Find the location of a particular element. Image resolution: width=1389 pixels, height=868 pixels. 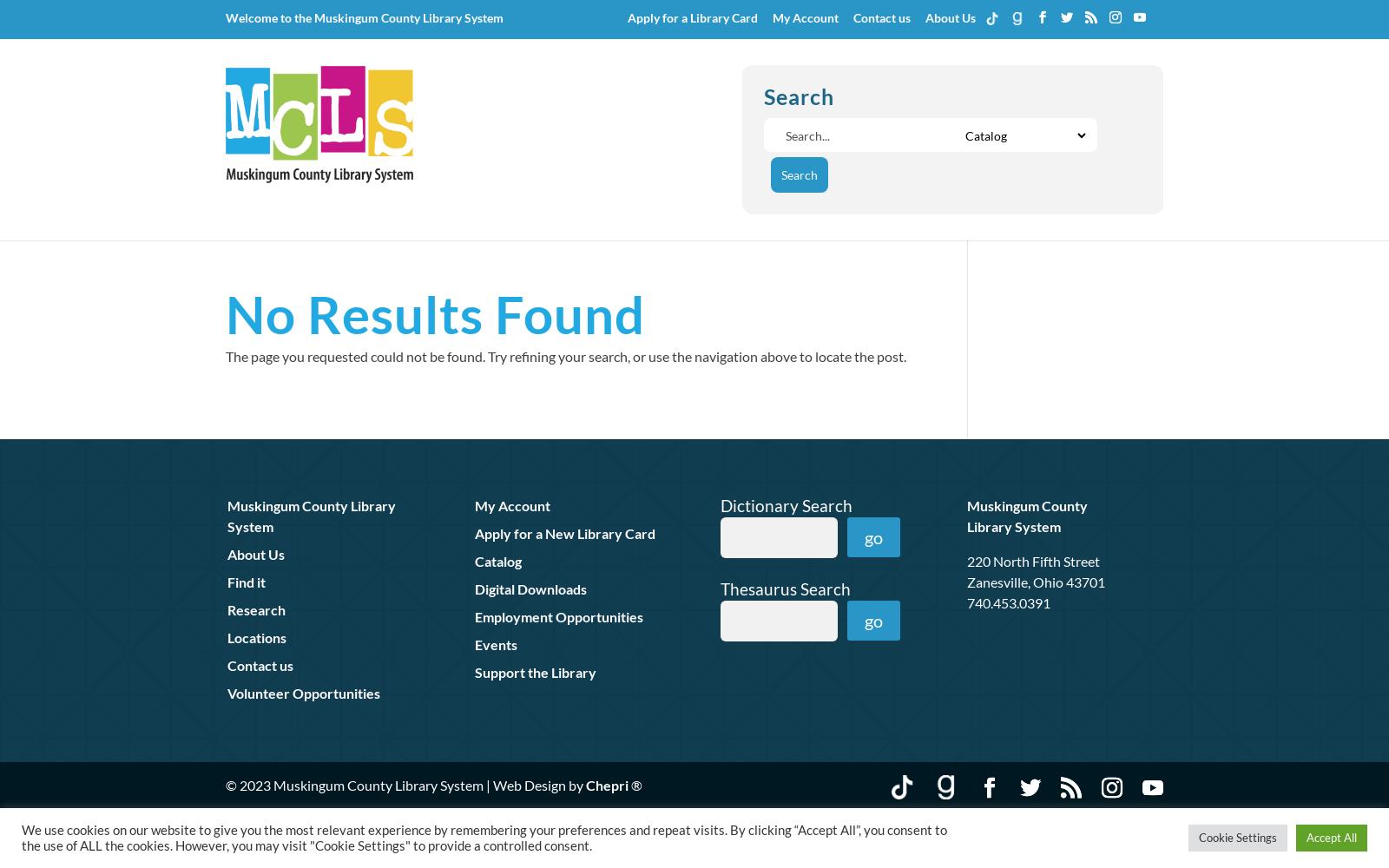

'Apply for a Library Card' is located at coordinates (693, 17).